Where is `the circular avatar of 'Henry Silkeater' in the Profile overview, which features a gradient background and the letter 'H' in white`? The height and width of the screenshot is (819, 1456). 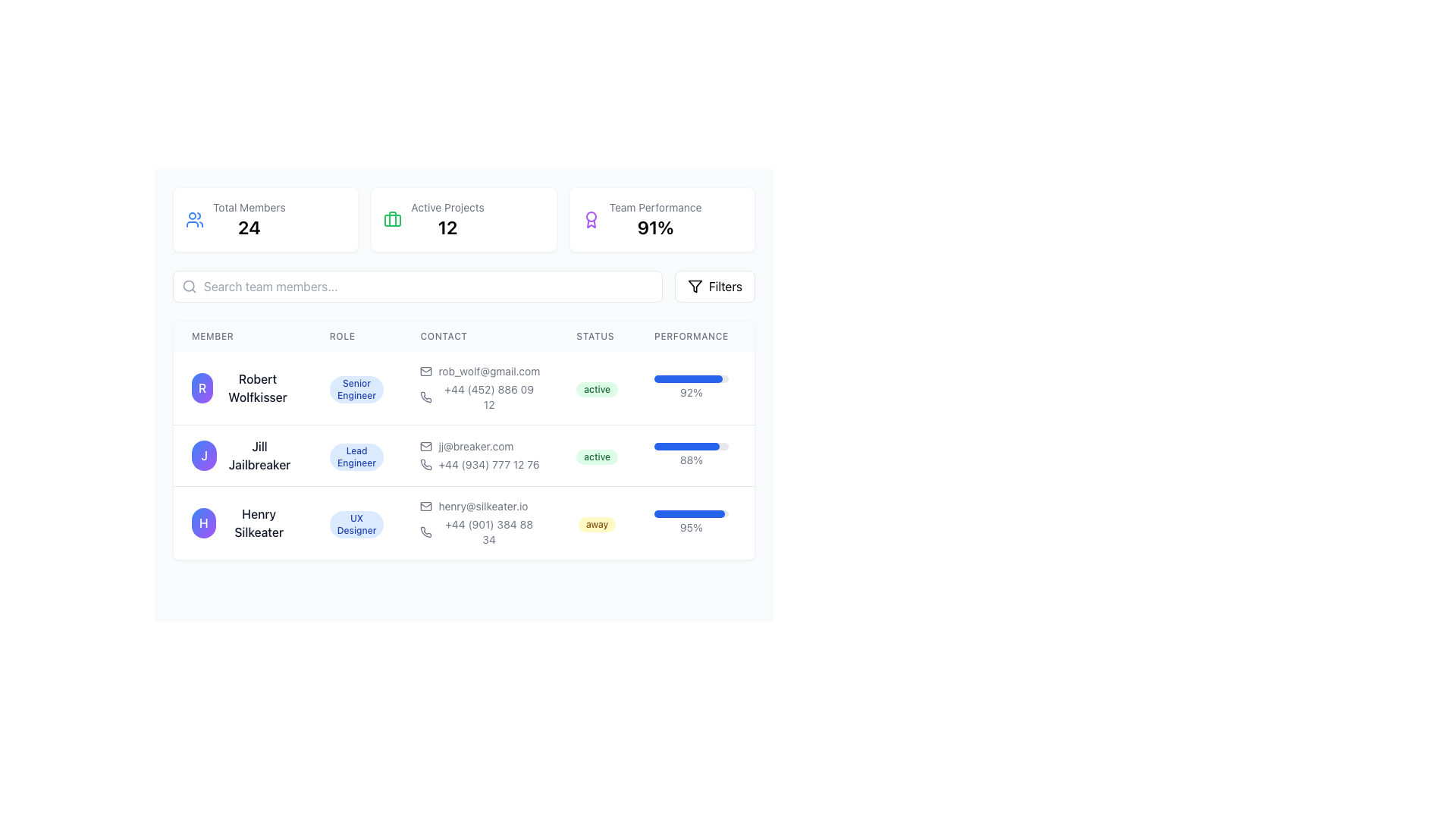
the circular avatar of 'Henry Silkeater' in the Profile overview, which features a gradient background and the letter 'H' in white is located at coordinates (241, 522).